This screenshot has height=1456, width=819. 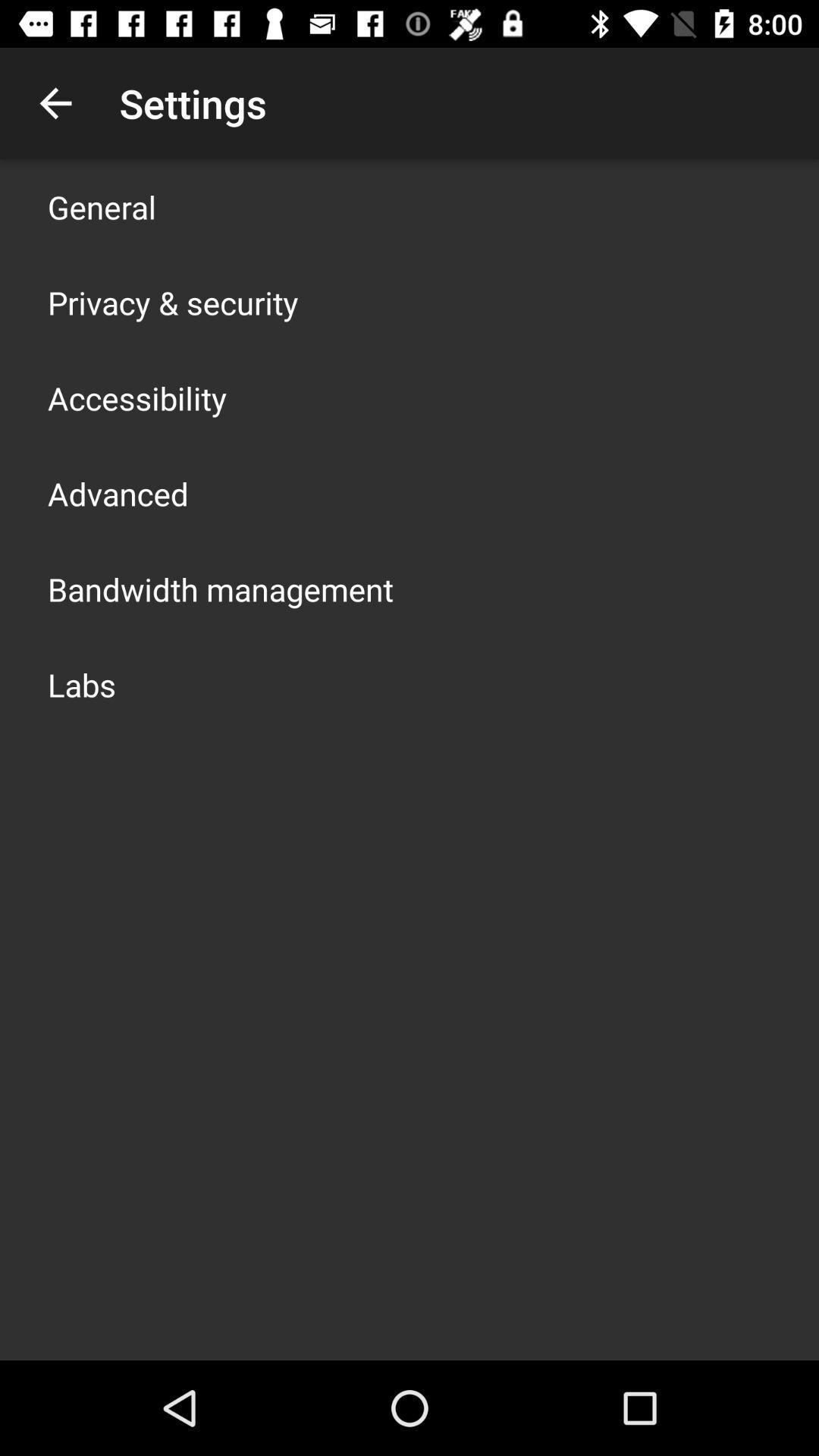 What do you see at coordinates (220, 588) in the screenshot?
I see `bandwidth management app` at bounding box center [220, 588].